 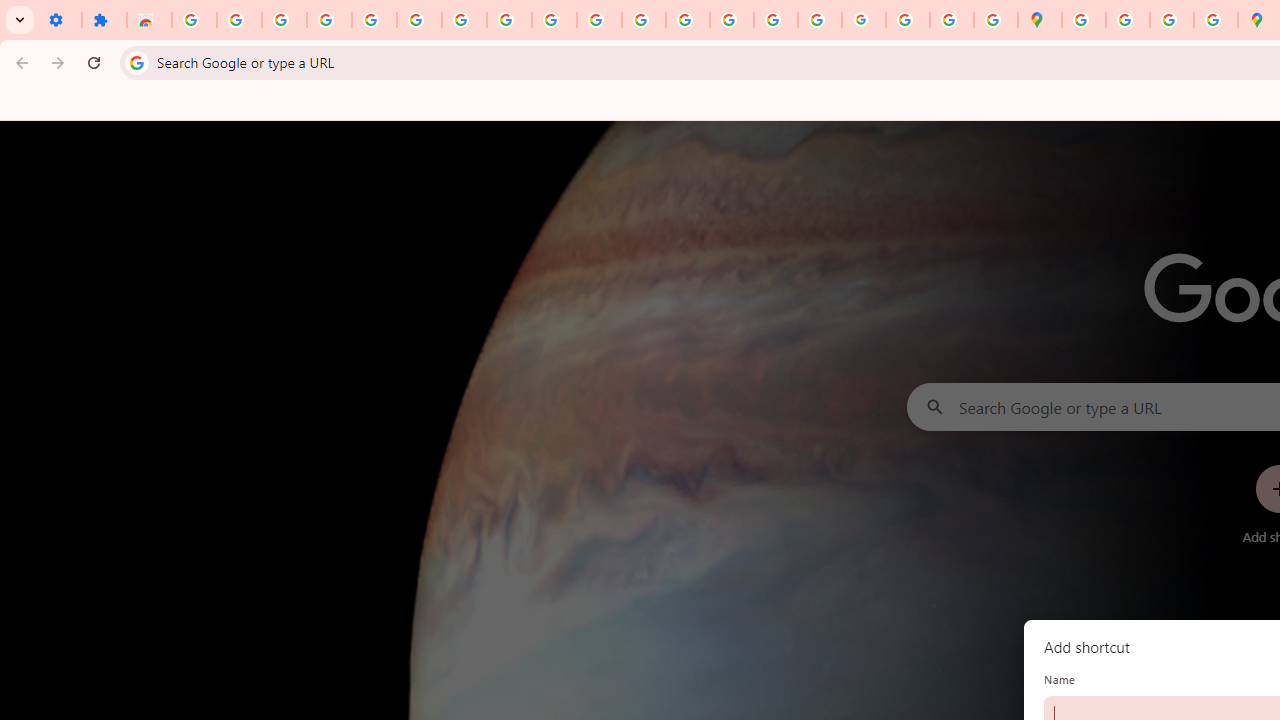 I want to click on 'Reviews: Helix Fruit Jump Arcade Game', so click(x=148, y=20).